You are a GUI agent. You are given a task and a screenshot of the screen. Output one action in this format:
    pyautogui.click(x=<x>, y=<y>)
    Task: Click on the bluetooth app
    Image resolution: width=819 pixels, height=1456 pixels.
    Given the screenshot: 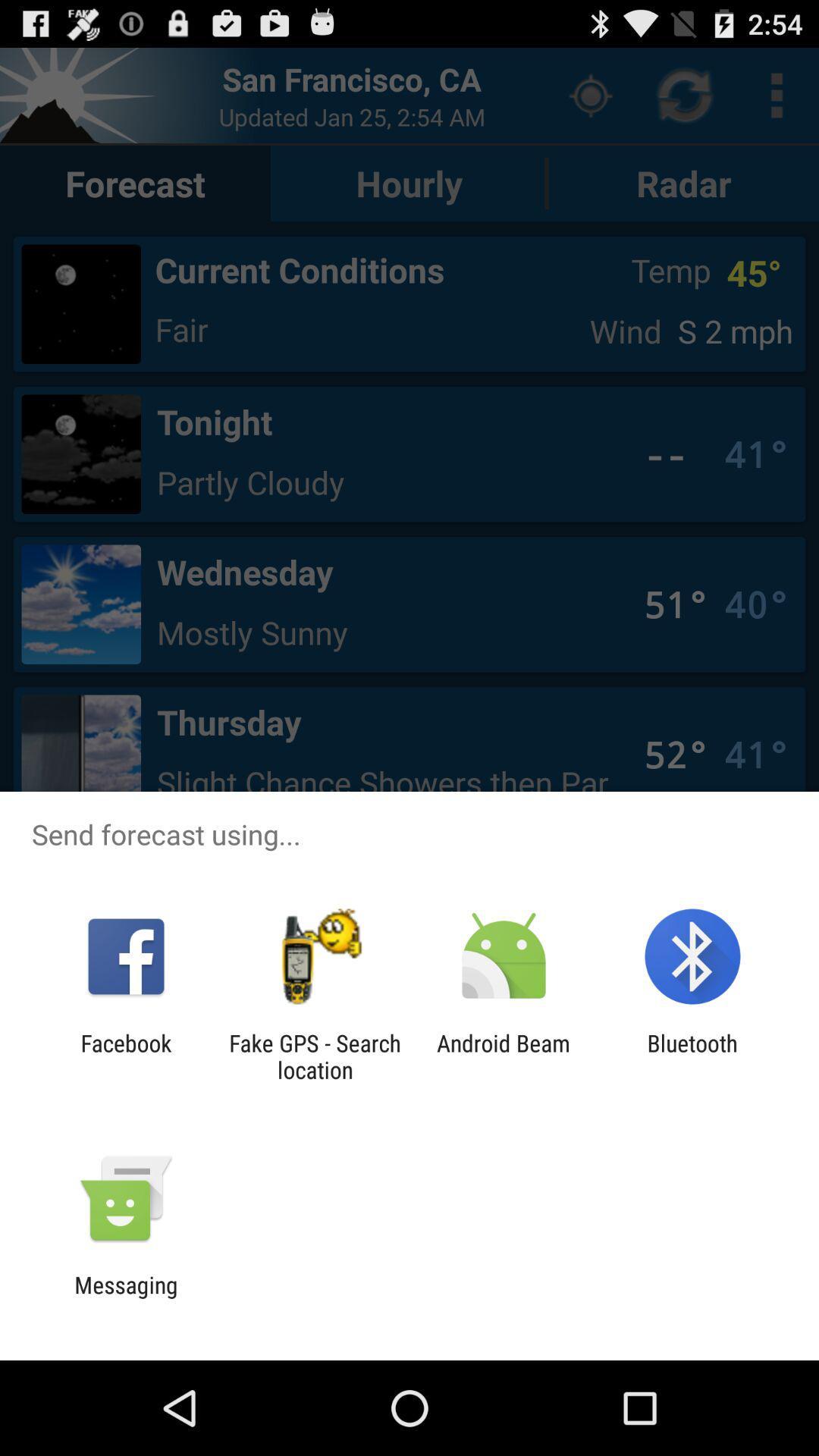 What is the action you would take?
    pyautogui.click(x=692, y=1056)
    